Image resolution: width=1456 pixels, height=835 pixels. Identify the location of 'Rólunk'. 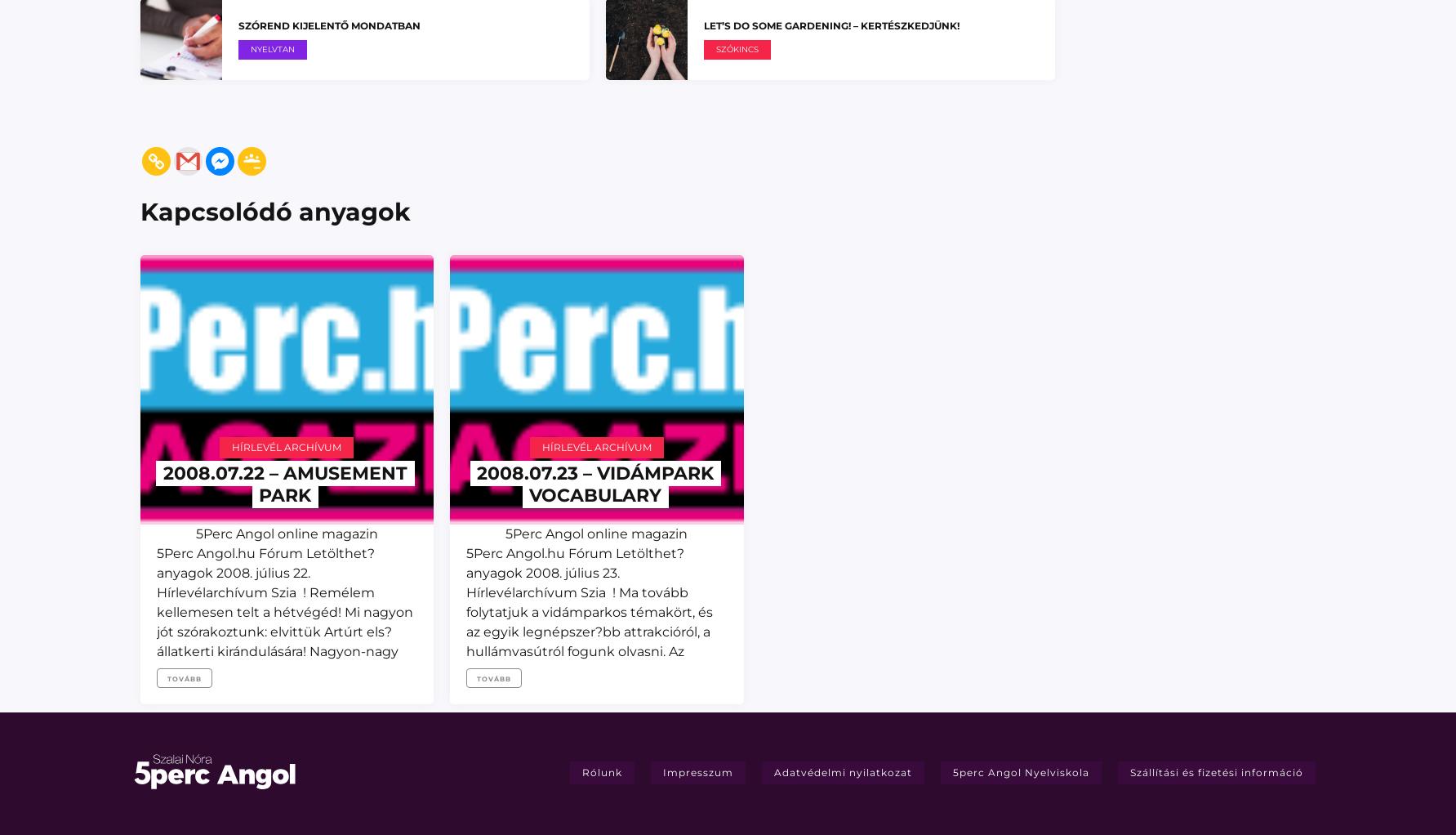
(600, 771).